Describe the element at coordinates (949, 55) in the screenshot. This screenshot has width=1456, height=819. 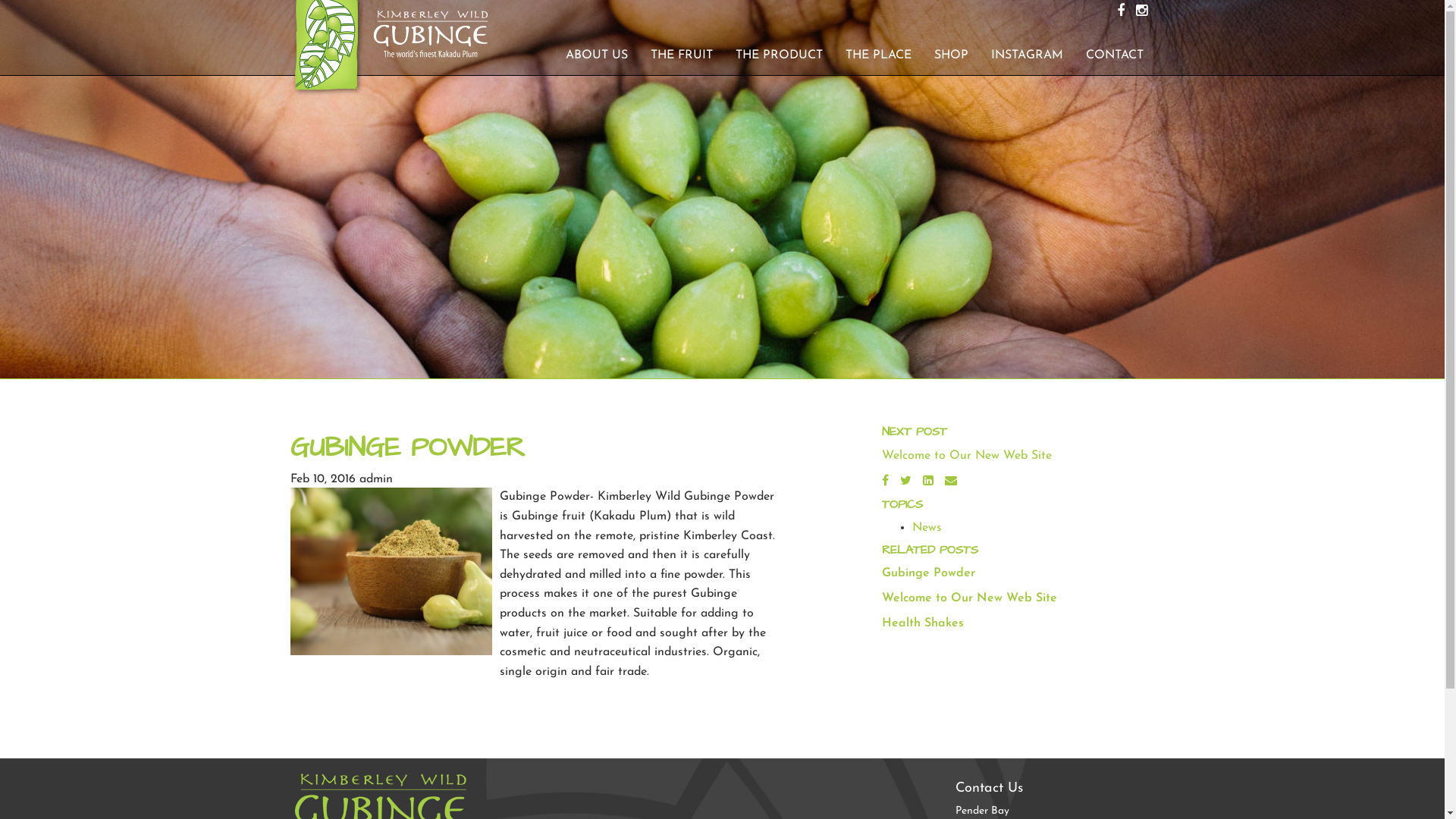
I see `'SHOP'` at that location.